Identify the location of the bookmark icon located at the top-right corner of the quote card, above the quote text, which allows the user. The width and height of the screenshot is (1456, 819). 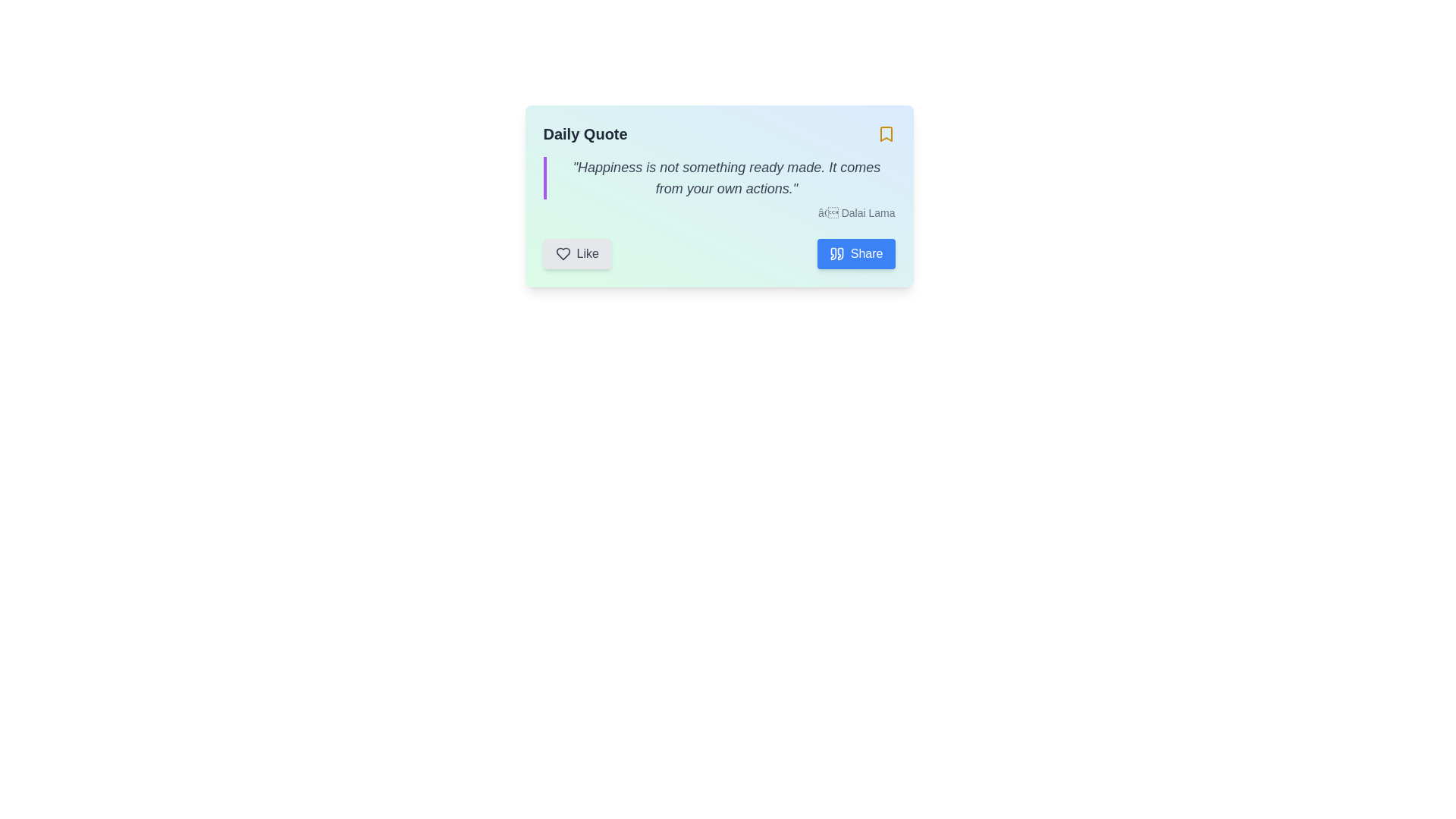
(886, 133).